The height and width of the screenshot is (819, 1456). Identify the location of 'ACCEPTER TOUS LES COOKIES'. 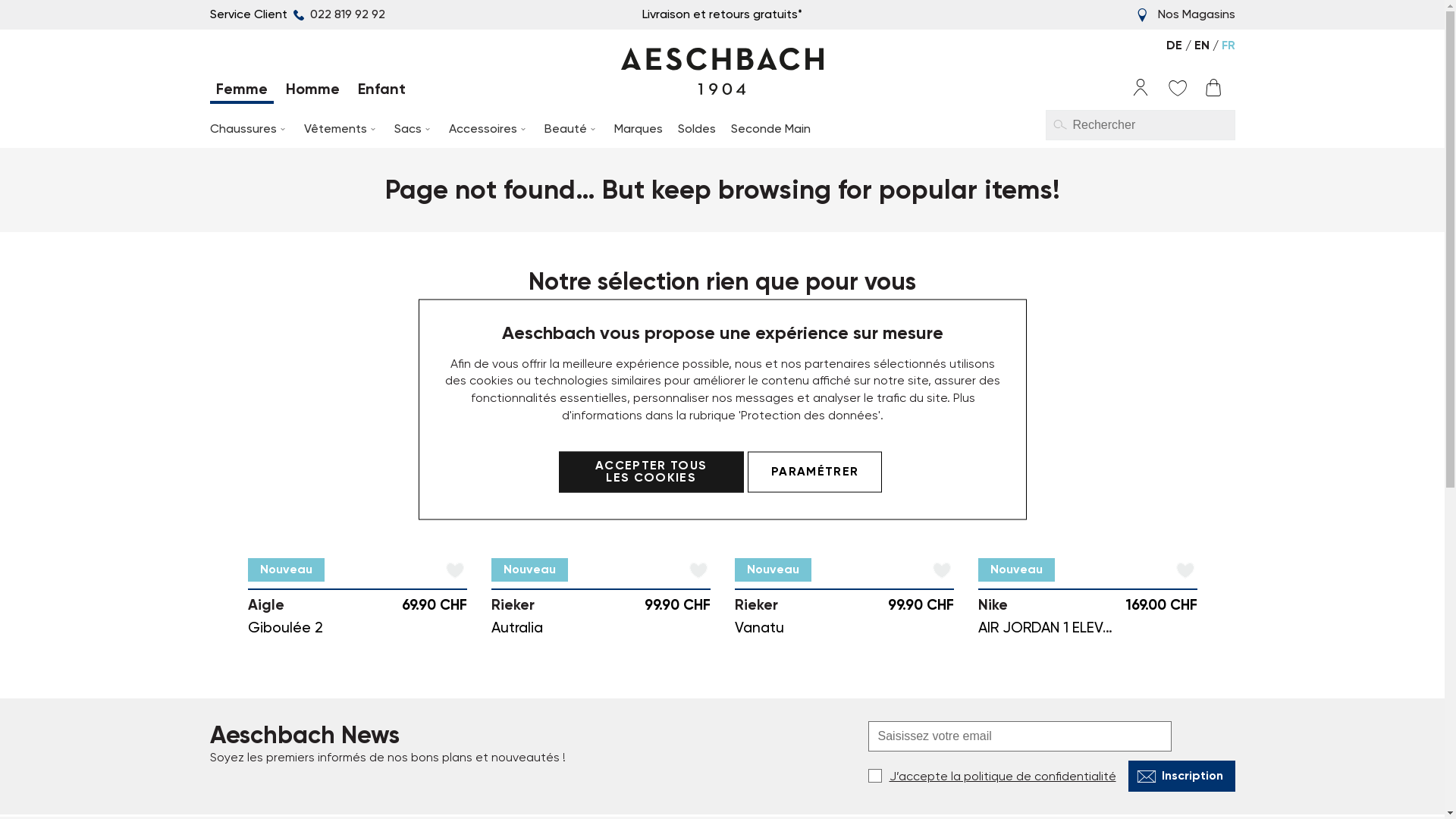
(651, 472).